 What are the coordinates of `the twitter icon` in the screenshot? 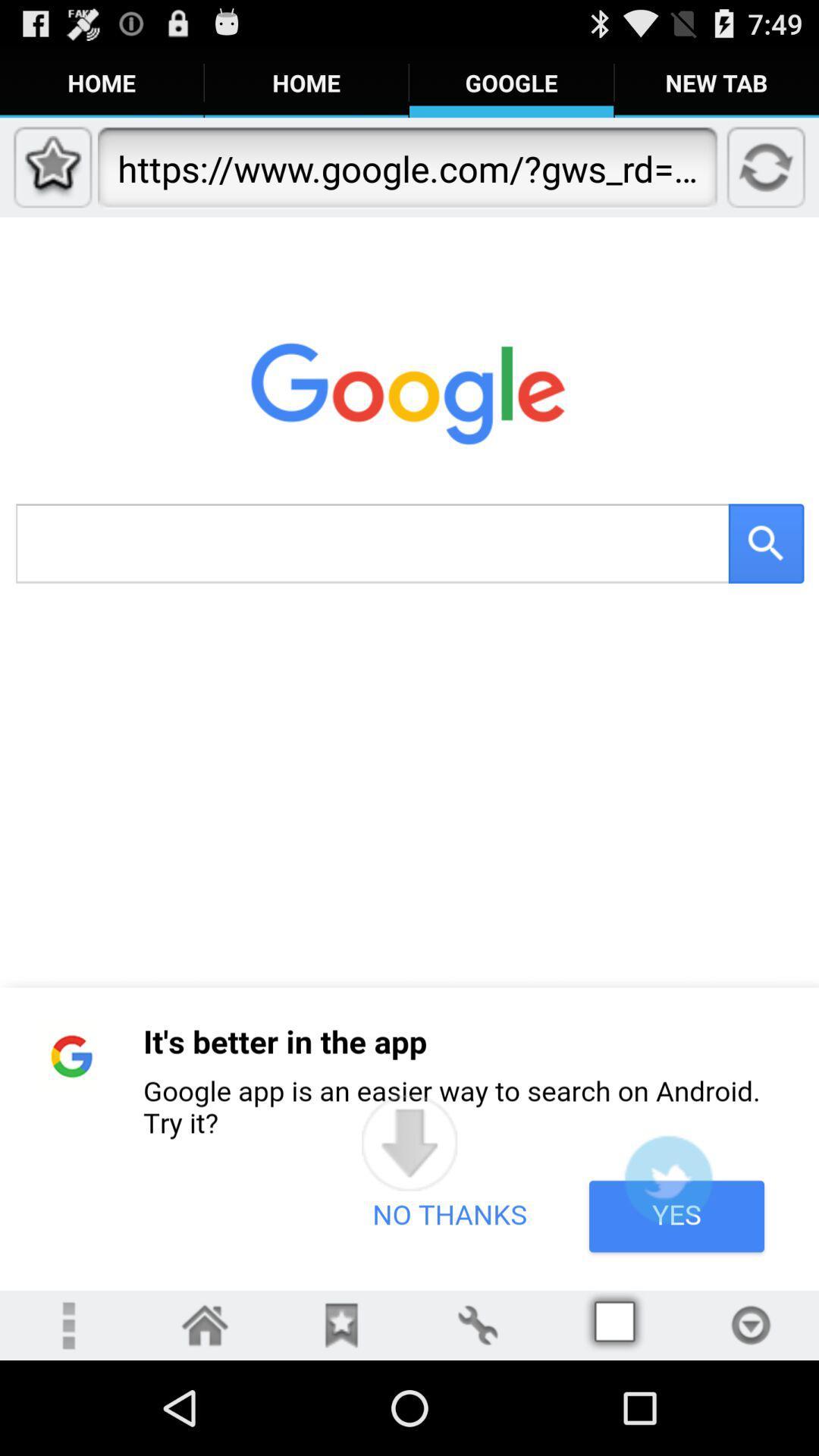 It's located at (667, 1263).